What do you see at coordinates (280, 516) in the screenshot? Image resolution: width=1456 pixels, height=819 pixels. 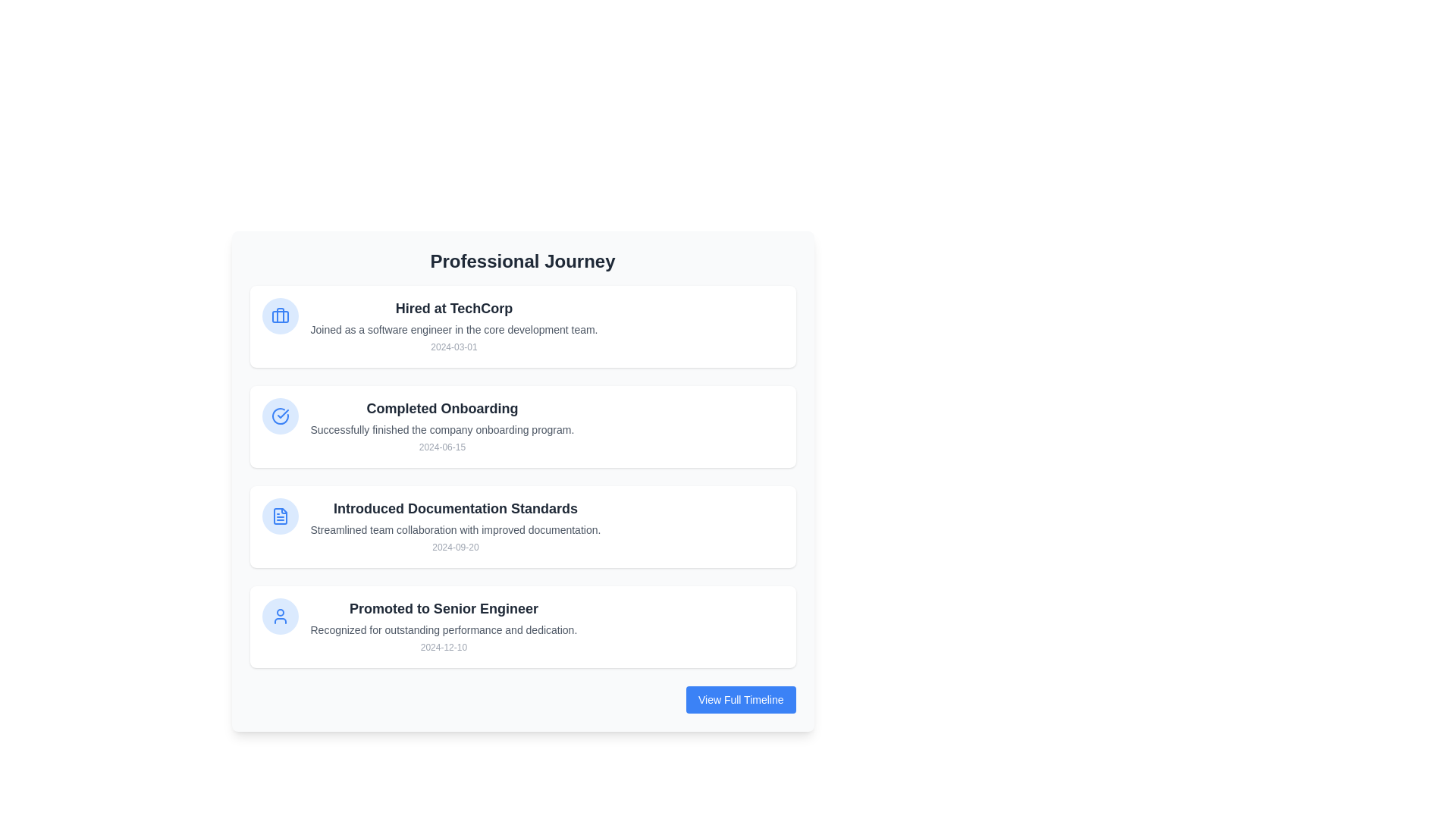 I see `the circular icon with a light blue background containing a blue document symbol, located at the top-left corner of the 'Introduced Documentation Standards' box` at bounding box center [280, 516].